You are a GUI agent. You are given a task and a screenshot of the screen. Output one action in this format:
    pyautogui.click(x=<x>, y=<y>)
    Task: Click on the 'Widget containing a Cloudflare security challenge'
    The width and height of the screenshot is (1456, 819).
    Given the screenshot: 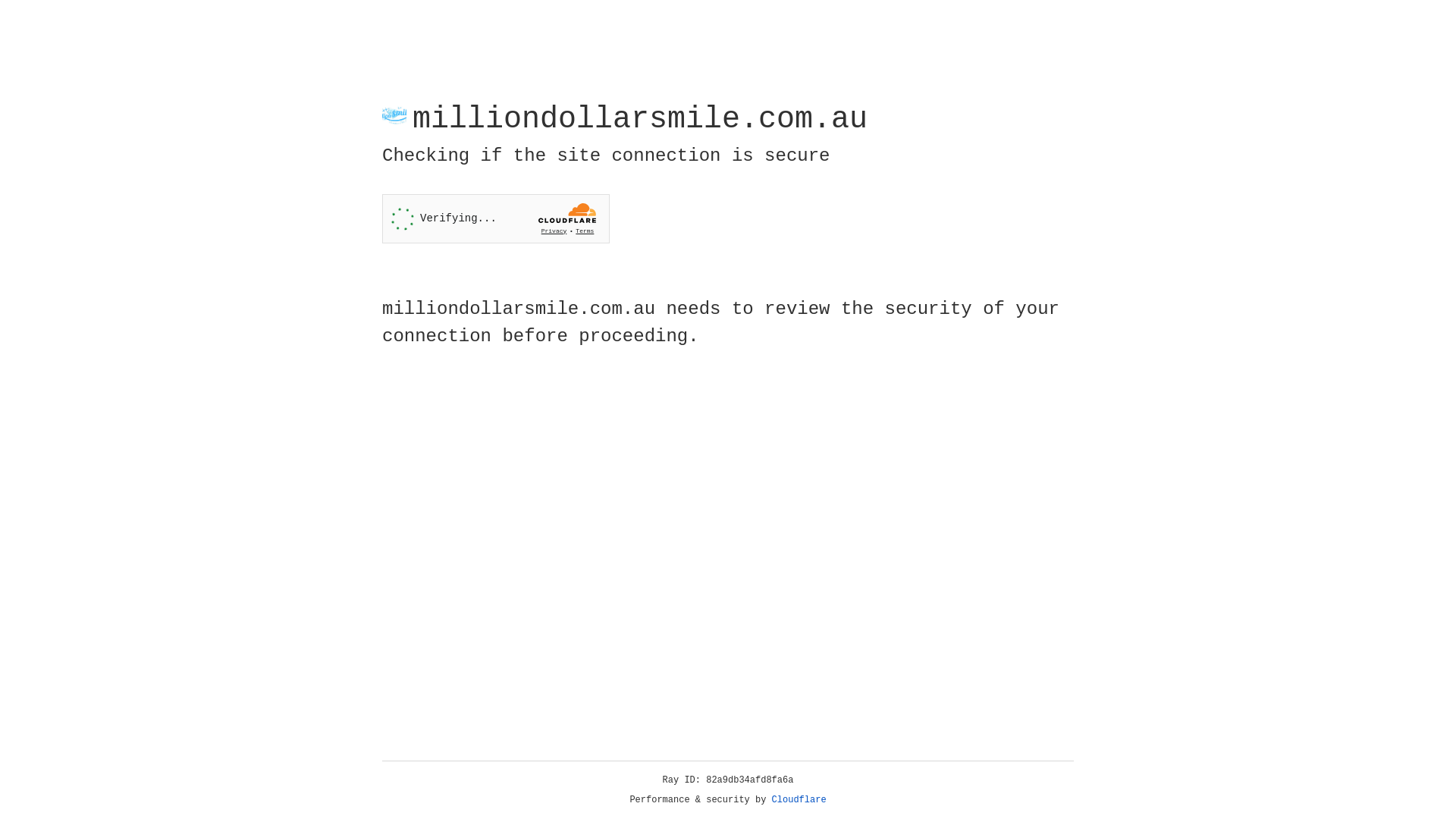 What is the action you would take?
    pyautogui.click(x=495, y=218)
    